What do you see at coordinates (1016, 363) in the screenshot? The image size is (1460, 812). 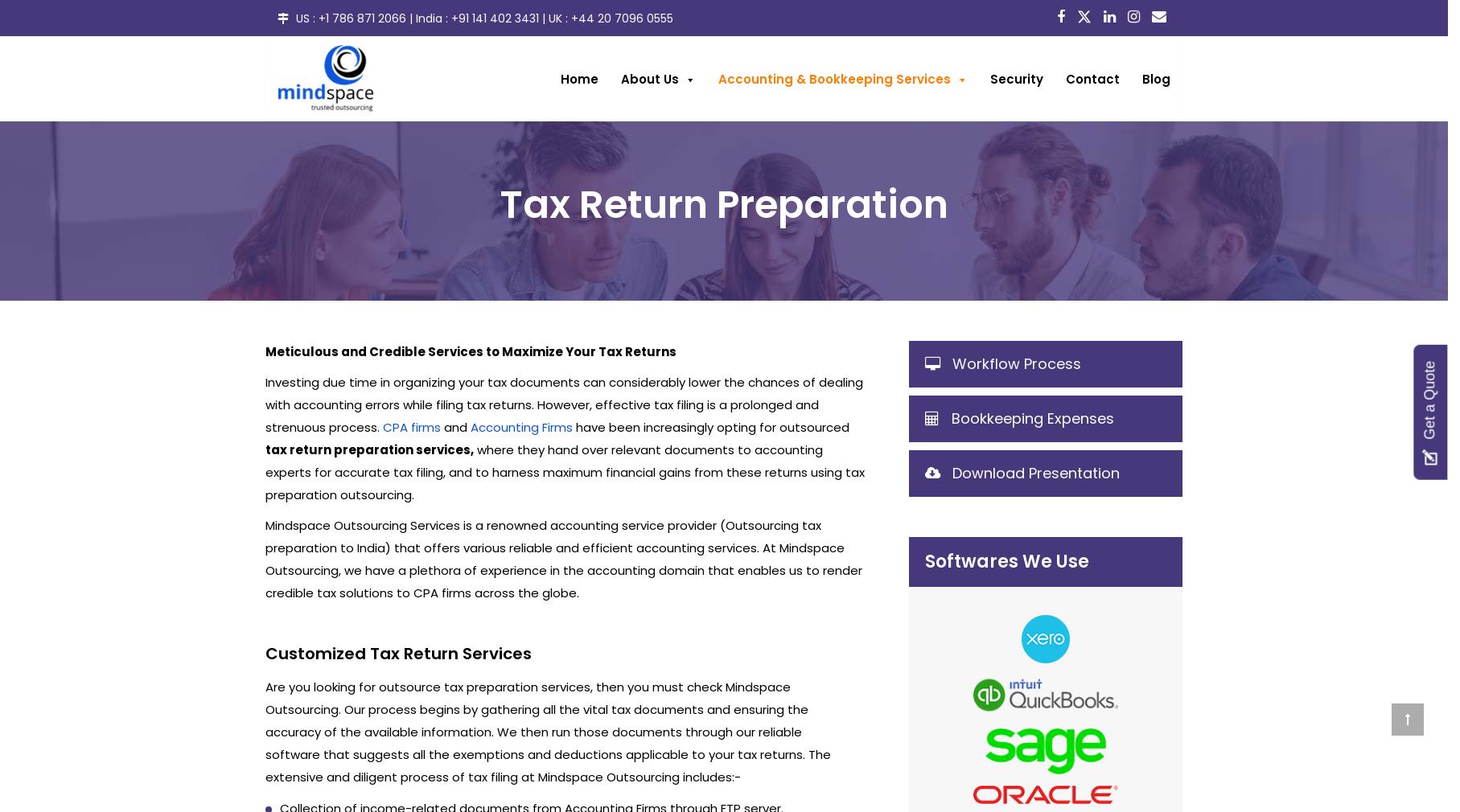 I see `'Workflow Process'` at bounding box center [1016, 363].